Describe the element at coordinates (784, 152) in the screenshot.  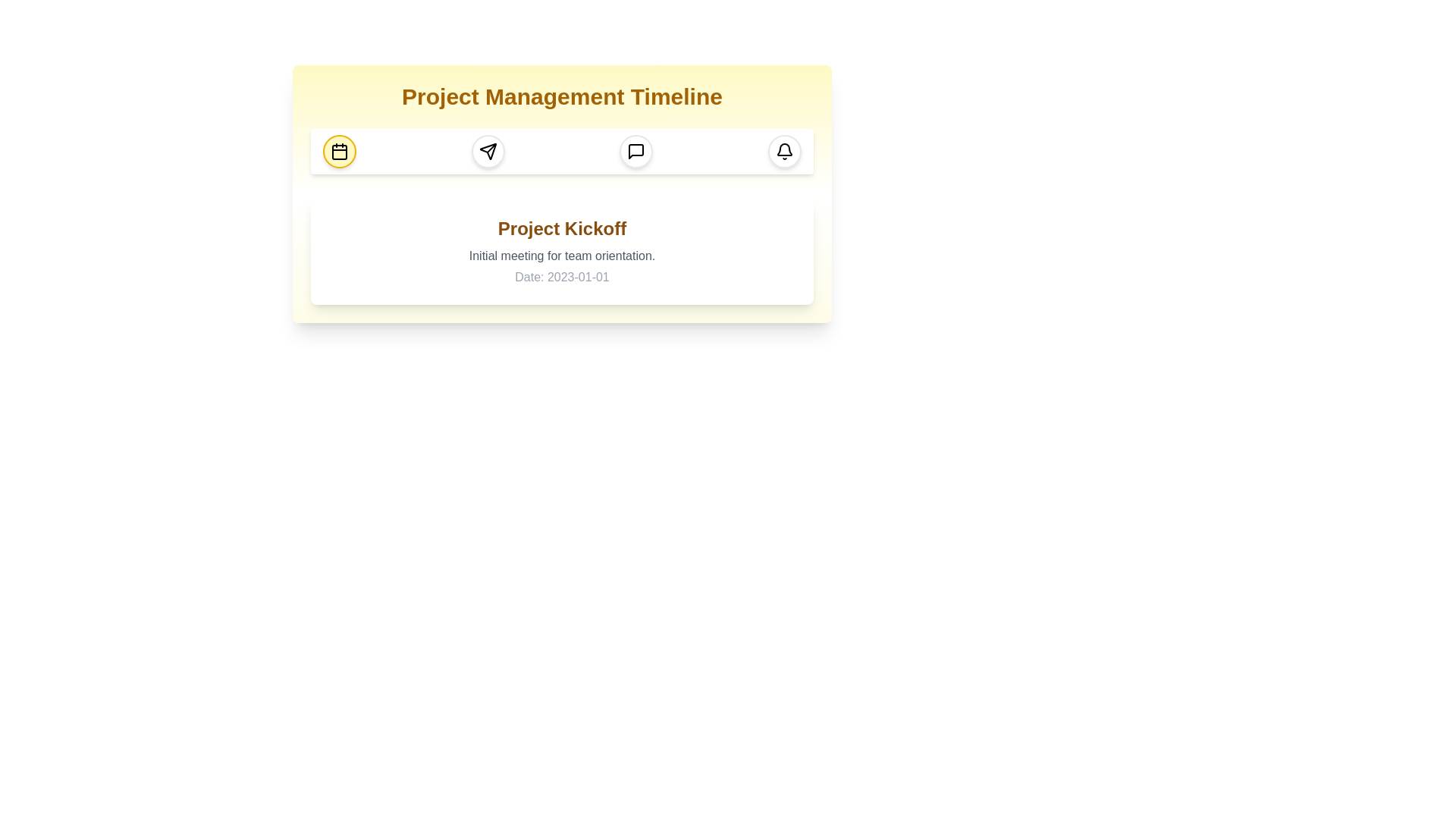
I see `the notification button located at the rightmost position of the header section in the 'Project Management Timeline' panel` at that location.